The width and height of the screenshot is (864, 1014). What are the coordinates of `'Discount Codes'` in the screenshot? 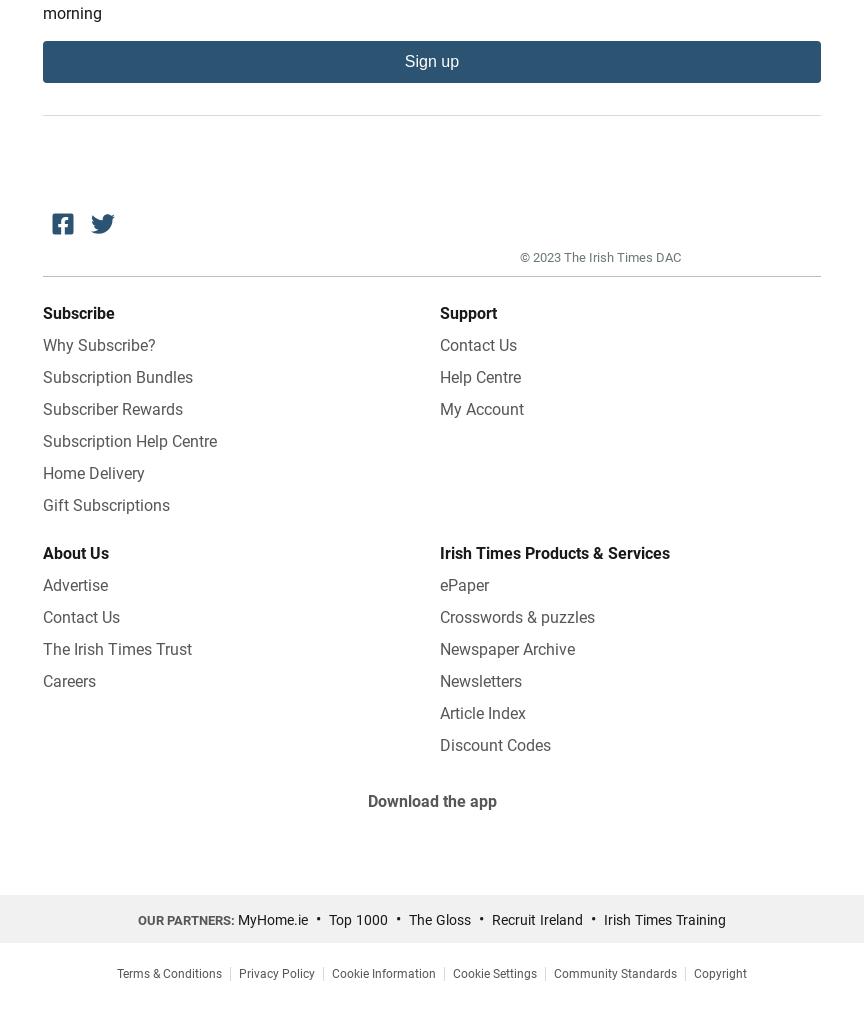 It's located at (495, 743).